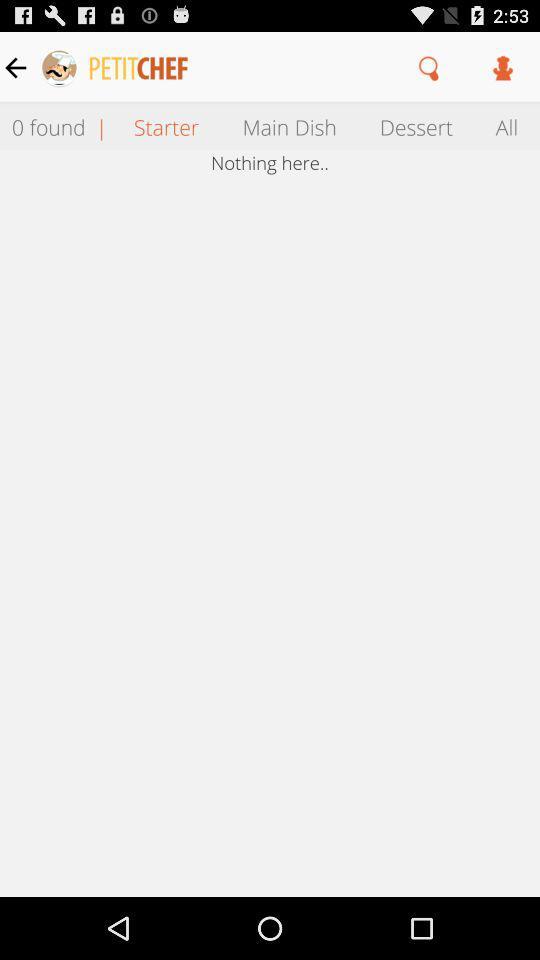  What do you see at coordinates (288, 125) in the screenshot?
I see `the main dish icon` at bounding box center [288, 125].